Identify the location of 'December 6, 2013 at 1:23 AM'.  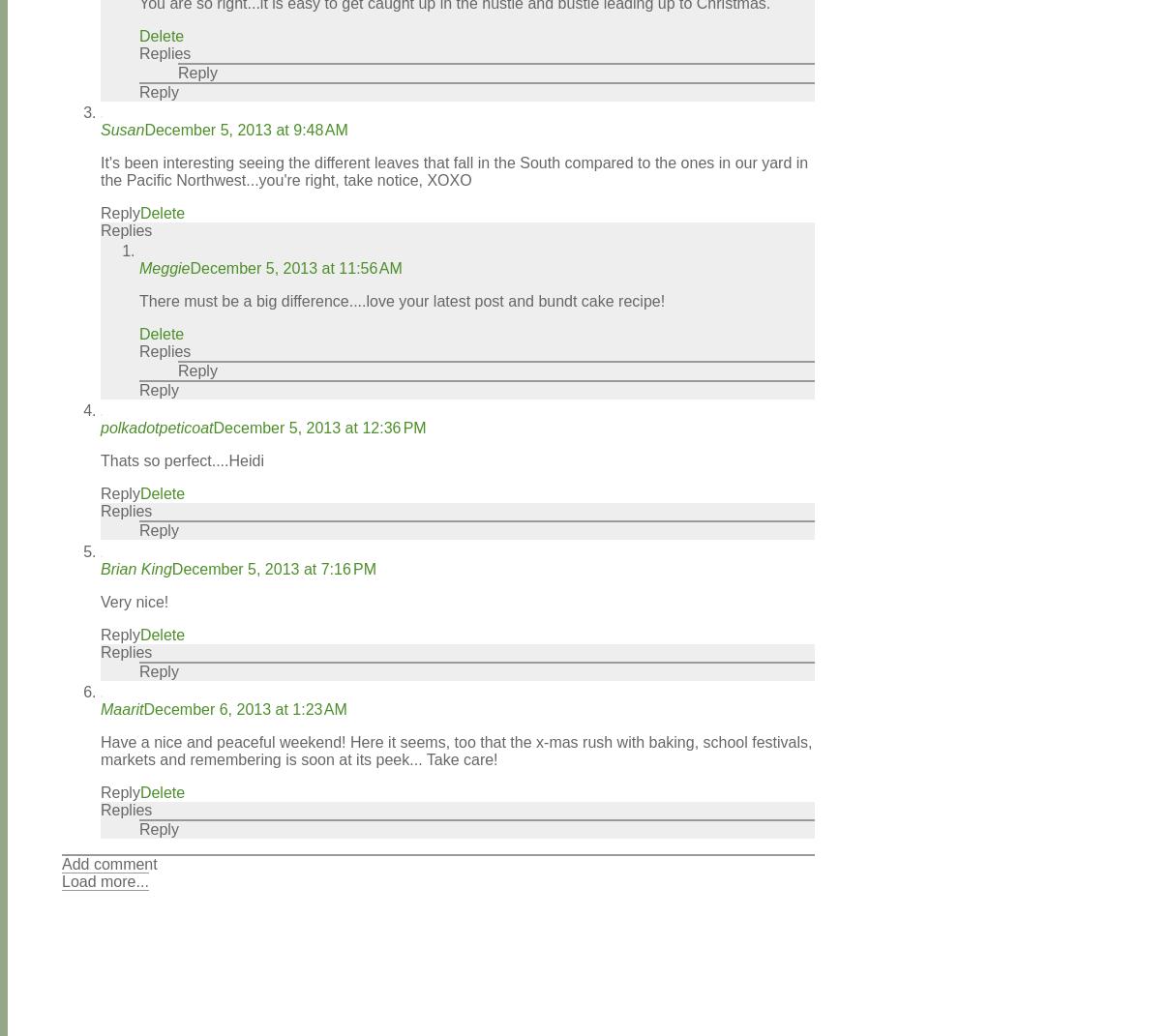
(244, 708).